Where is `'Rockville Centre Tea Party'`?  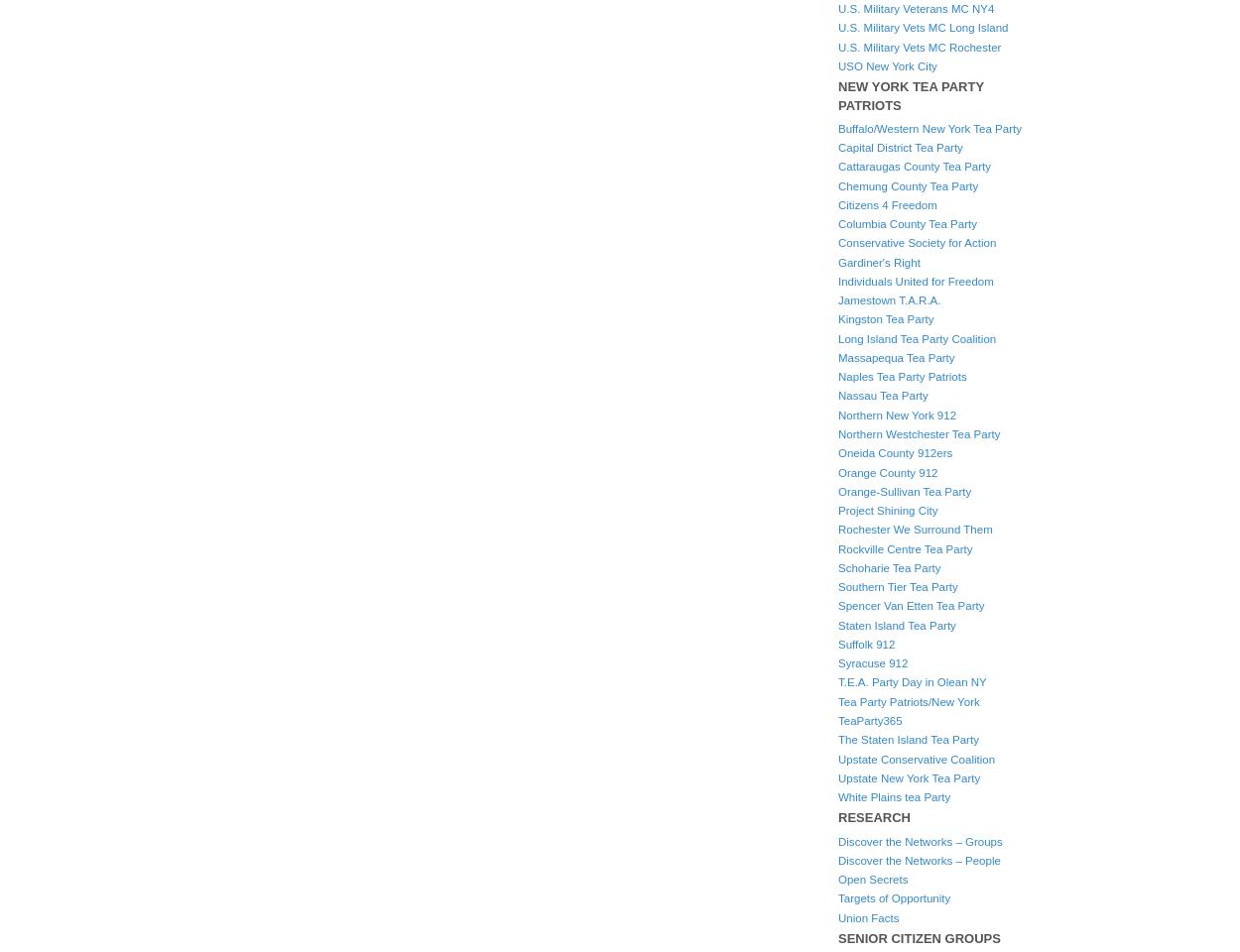 'Rockville Centre Tea Party' is located at coordinates (837, 547).